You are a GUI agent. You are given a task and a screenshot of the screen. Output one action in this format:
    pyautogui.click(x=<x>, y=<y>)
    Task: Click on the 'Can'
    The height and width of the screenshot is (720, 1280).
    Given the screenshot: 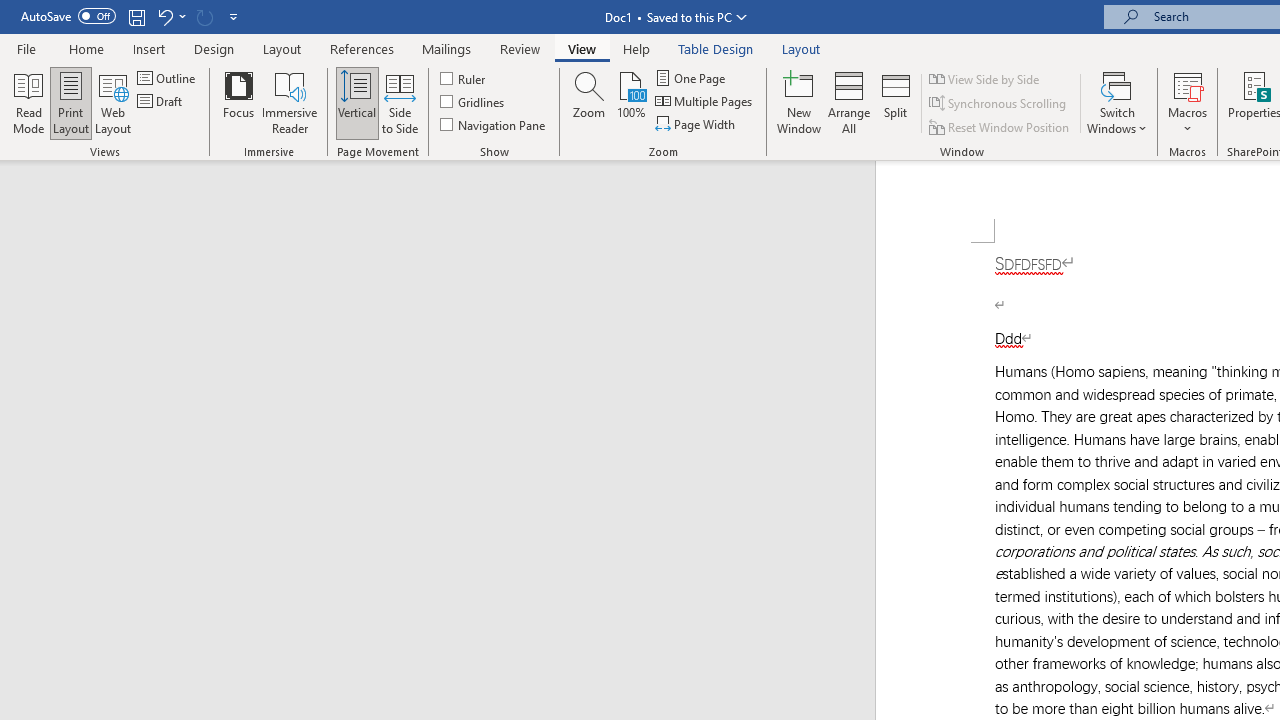 What is the action you would take?
    pyautogui.click(x=204, y=16)
    